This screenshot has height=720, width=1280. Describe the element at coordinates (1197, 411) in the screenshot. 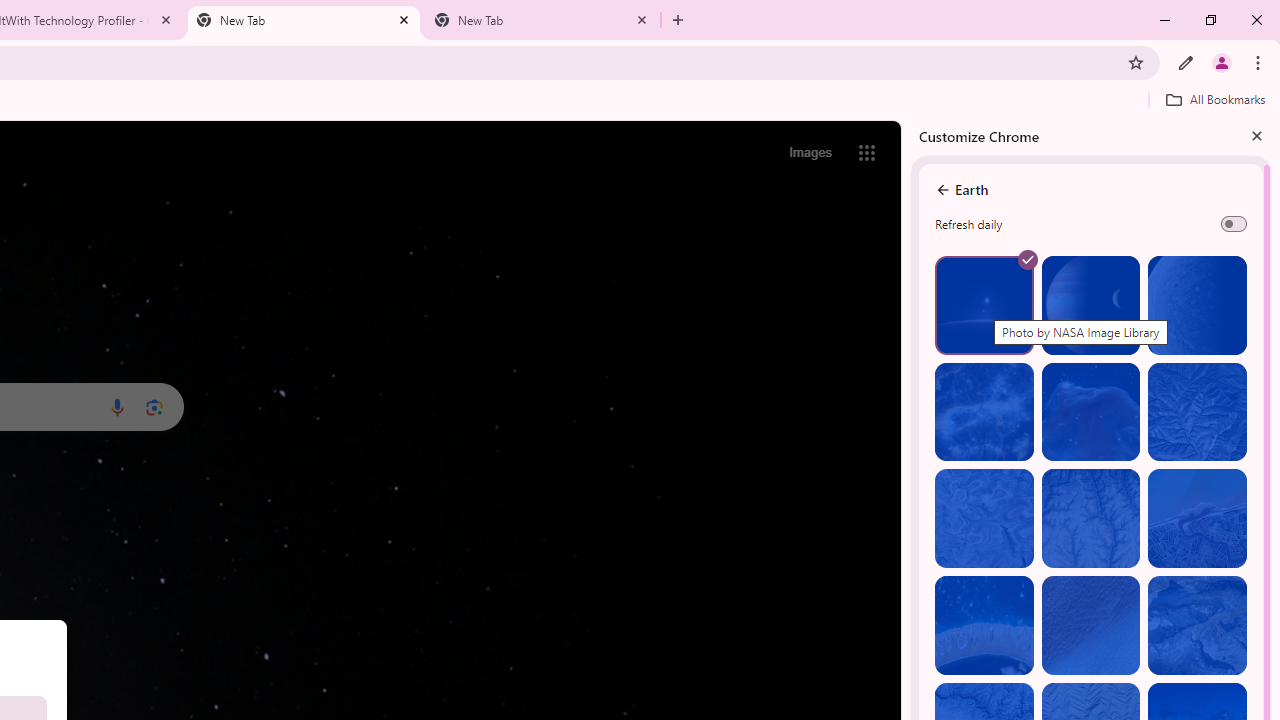

I see `'Kelan, Shanxi, China'` at that location.